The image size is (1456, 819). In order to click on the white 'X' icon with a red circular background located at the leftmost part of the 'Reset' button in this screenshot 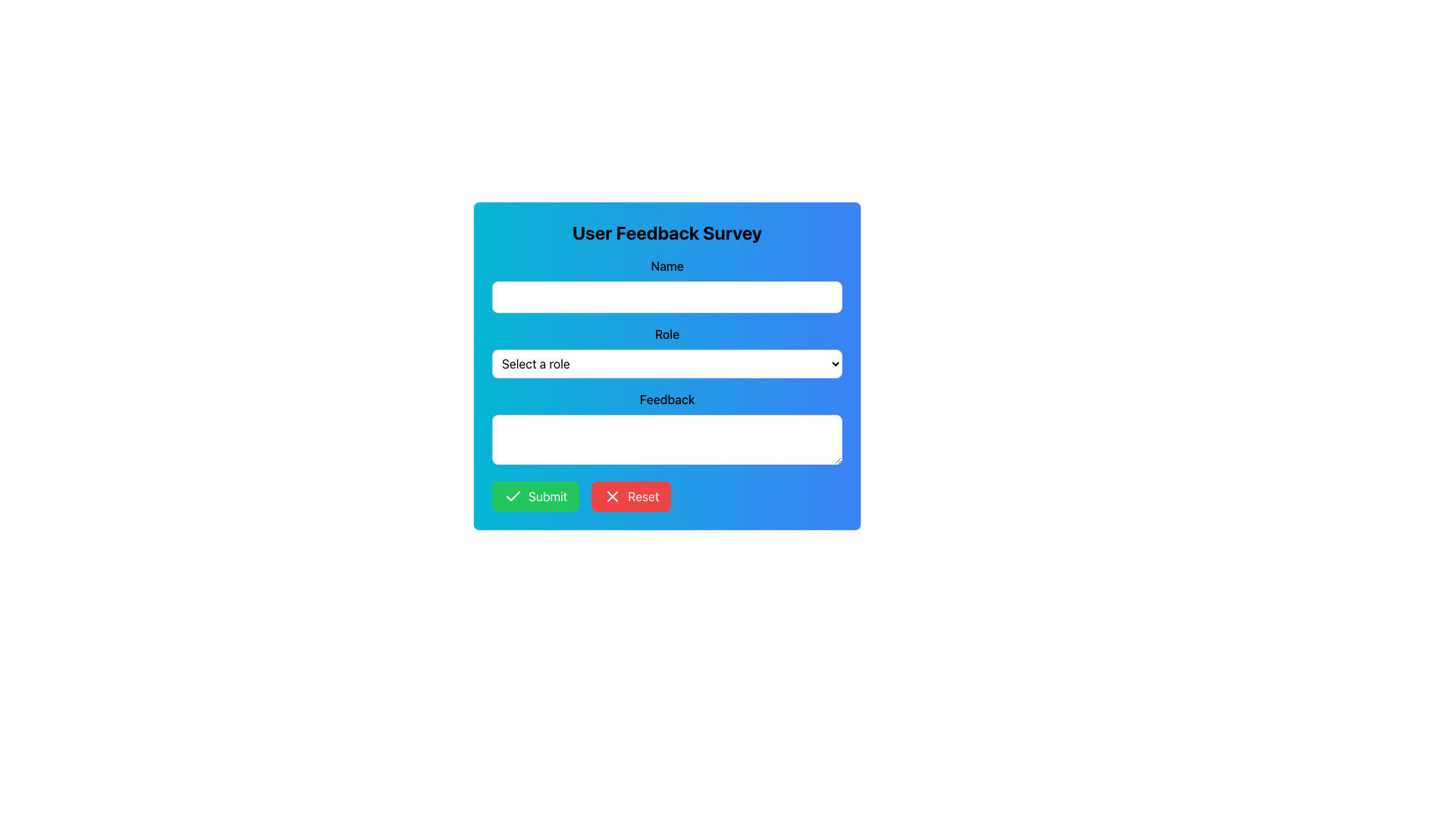, I will do `click(613, 497)`.